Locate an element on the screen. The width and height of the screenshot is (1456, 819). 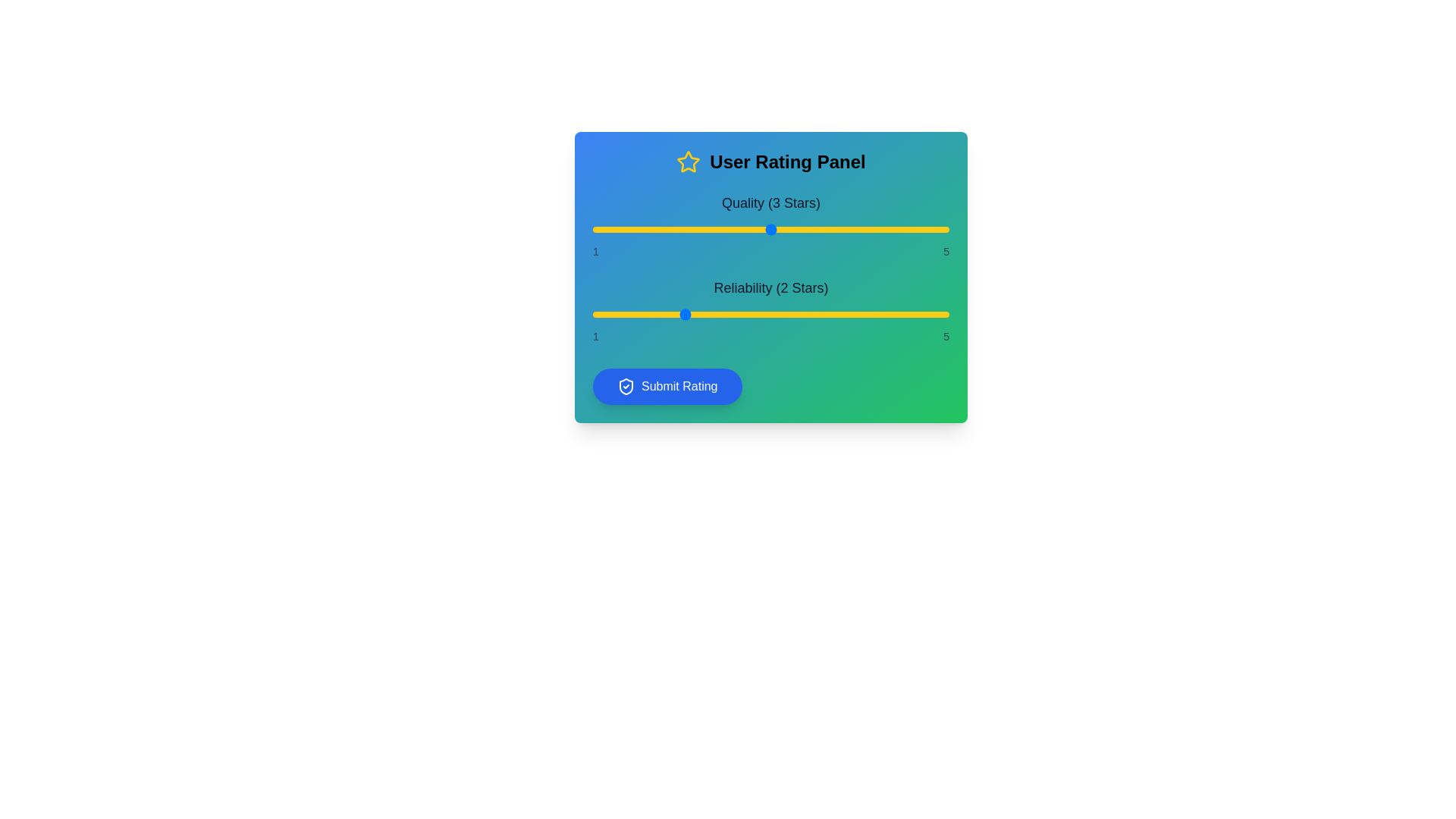
the 'Reliability' slider to 1 stars is located at coordinates (592, 314).